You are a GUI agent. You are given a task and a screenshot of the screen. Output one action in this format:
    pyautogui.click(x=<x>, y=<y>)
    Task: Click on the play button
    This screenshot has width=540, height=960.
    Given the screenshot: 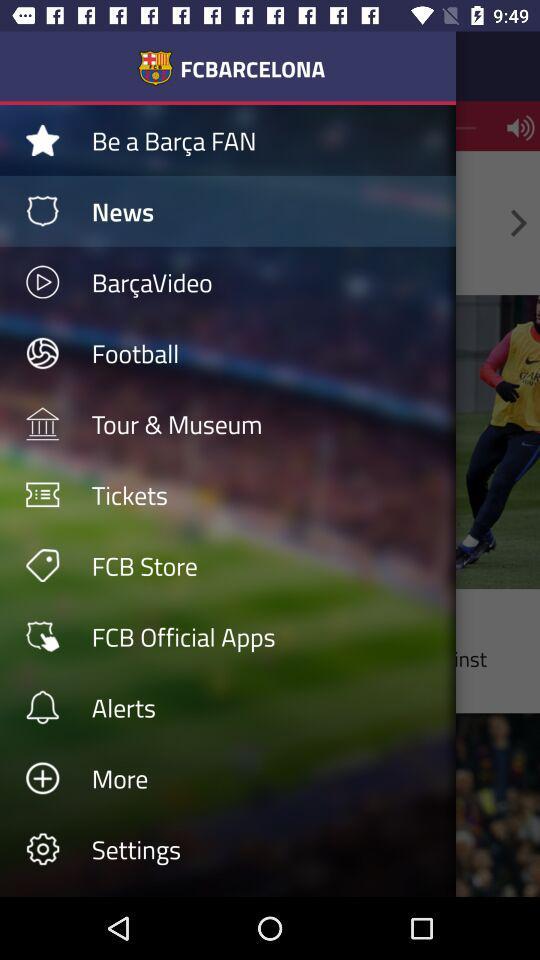 What is the action you would take?
    pyautogui.click(x=42, y=281)
    